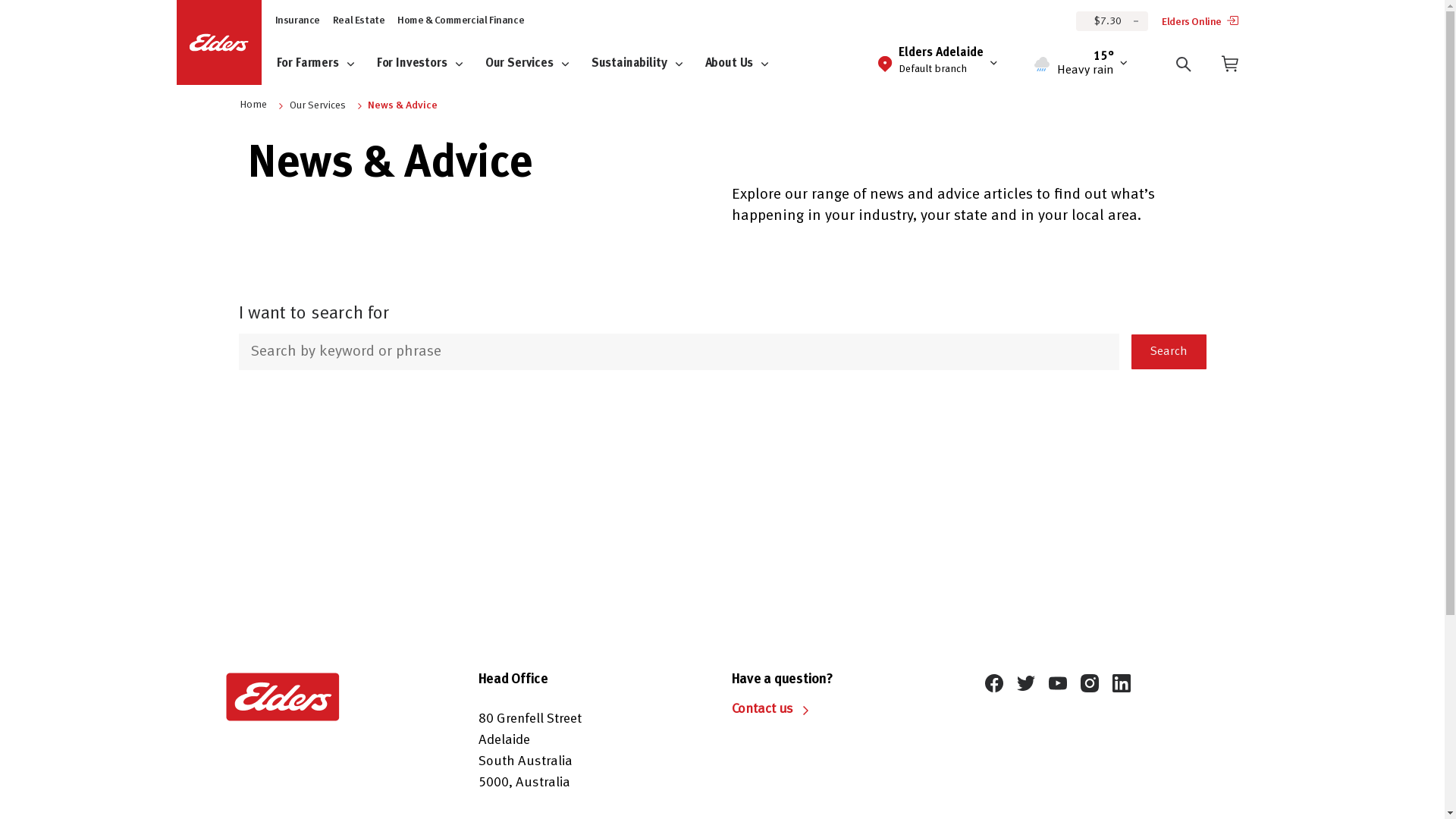 The height and width of the screenshot is (819, 1456). What do you see at coordinates (396, 20) in the screenshot?
I see `'Home & Commercial Finance'` at bounding box center [396, 20].